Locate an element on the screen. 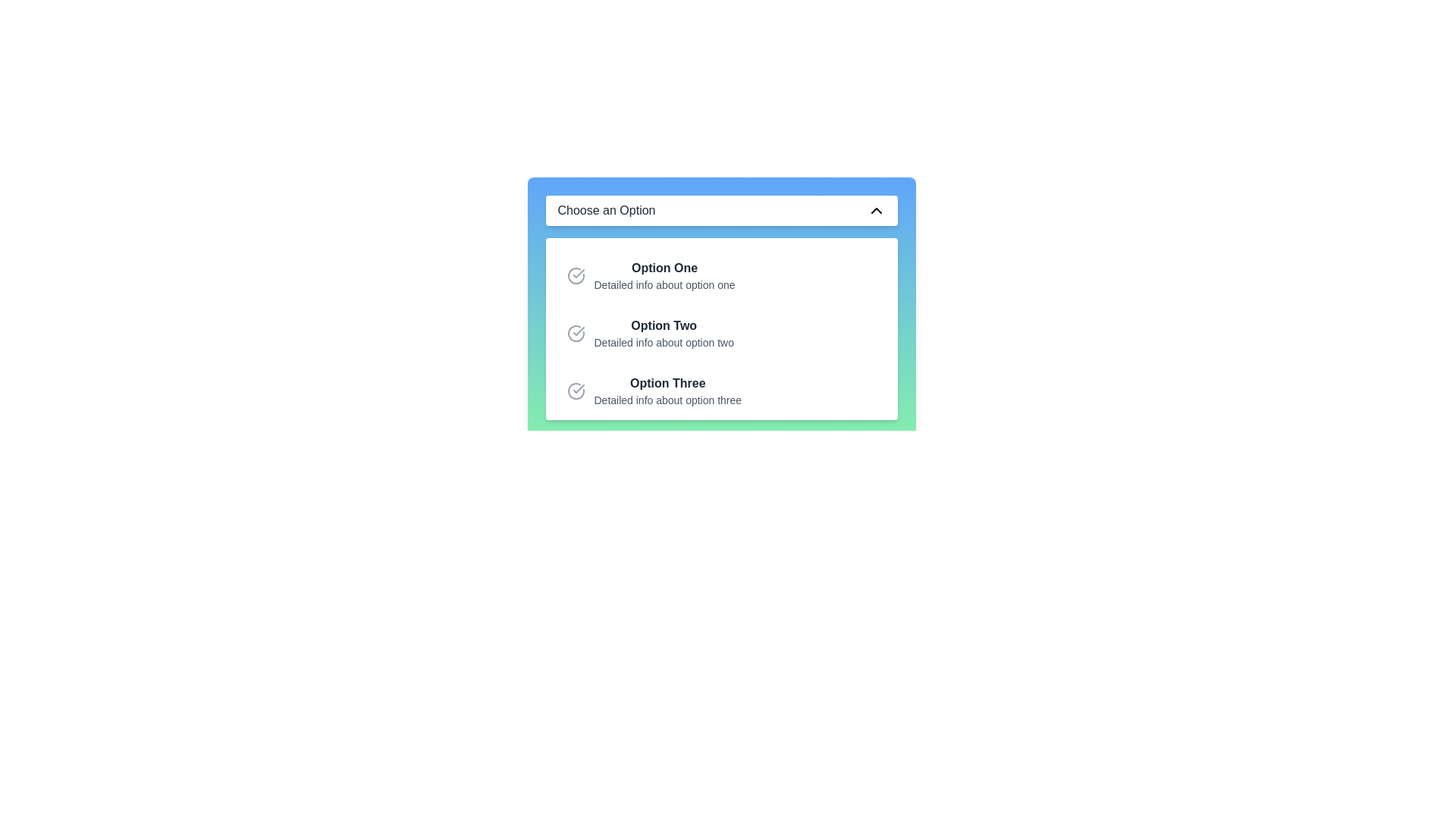 The height and width of the screenshot is (819, 1456). the descriptive text label for 'Option Two', which provides additional information about this option in the dropdown menu is located at coordinates (664, 342).